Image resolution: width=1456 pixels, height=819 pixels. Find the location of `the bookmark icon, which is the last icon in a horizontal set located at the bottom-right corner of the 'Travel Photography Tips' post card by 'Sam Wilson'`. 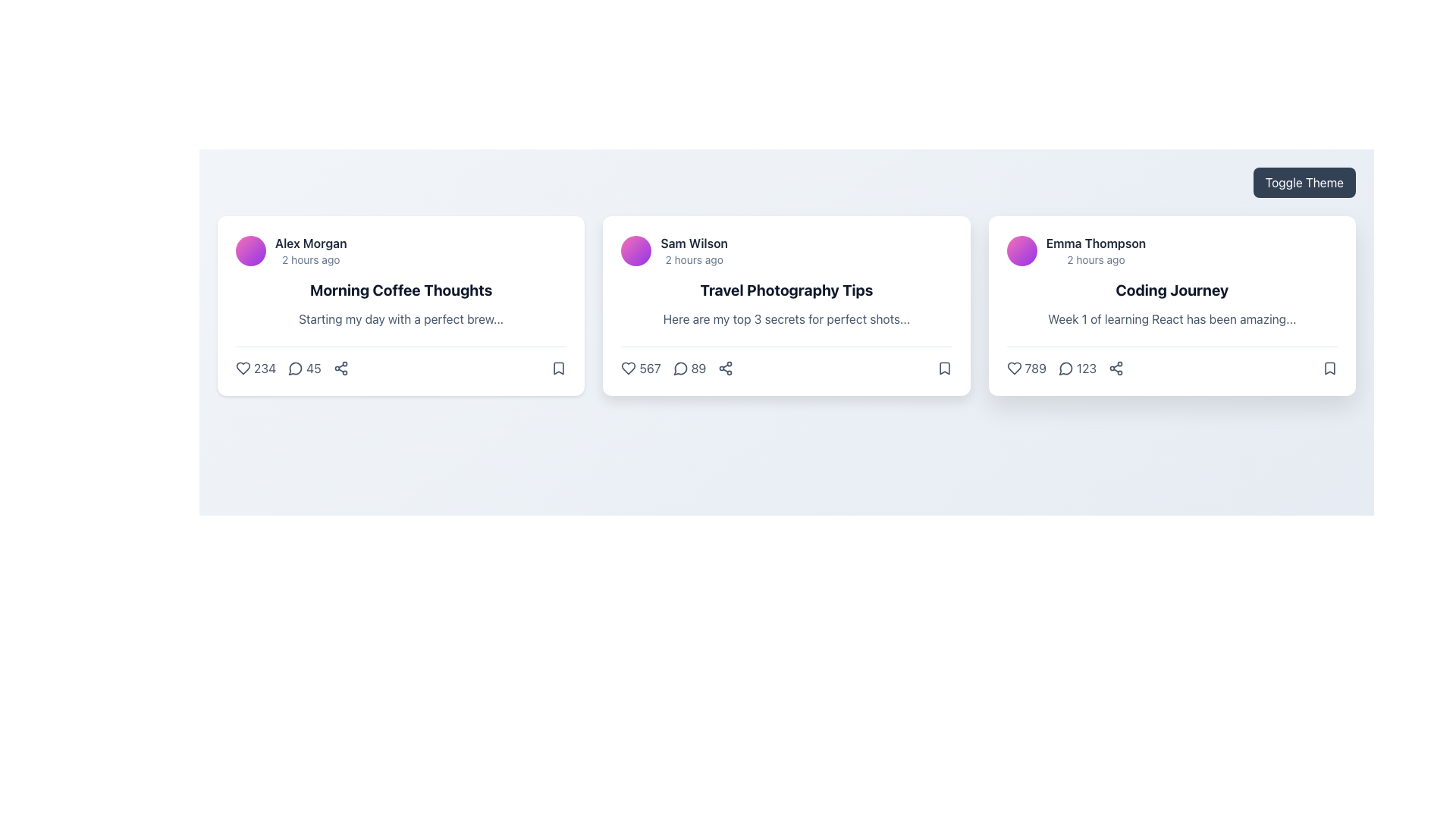

the bookmark icon, which is the last icon in a horizontal set located at the bottom-right corner of the 'Travel Photography Tips' post card by 'Sam Wilson' is located at coordinates (943, 369).